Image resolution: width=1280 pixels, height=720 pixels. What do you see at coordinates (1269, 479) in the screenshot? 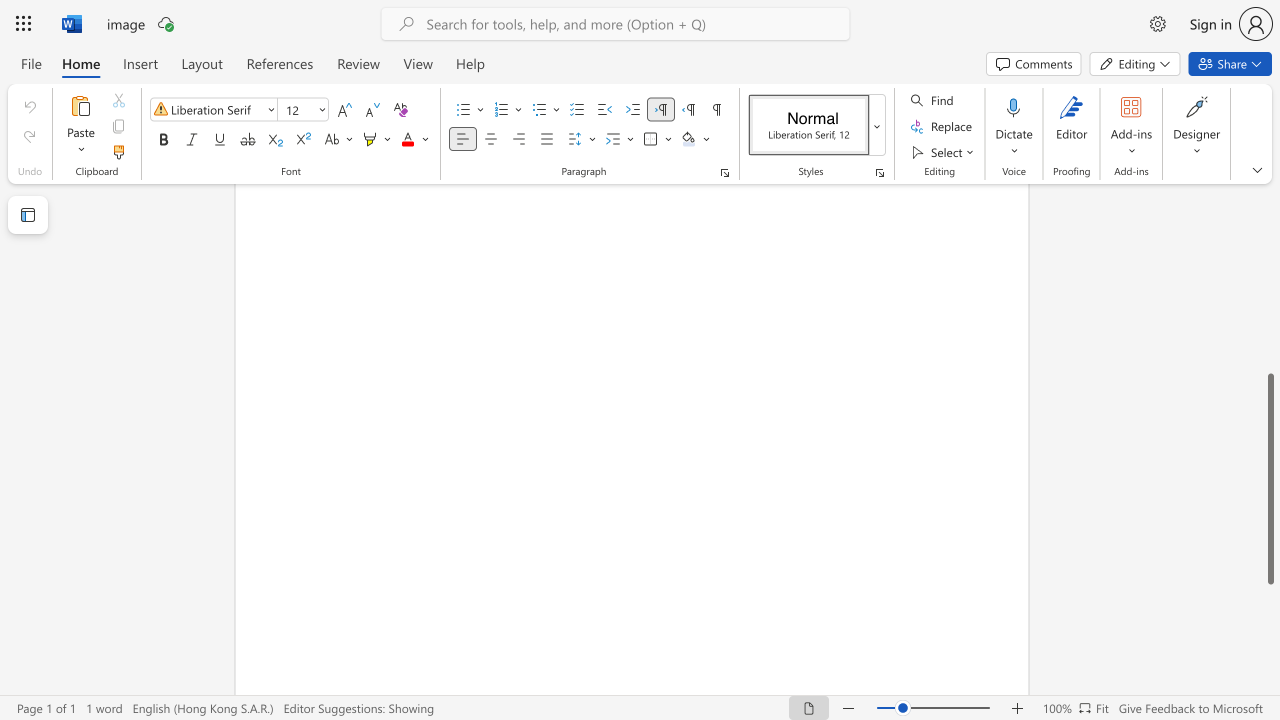
I see `the scrollbar and move down 220 pixels` at bounding box center [1269, 479].